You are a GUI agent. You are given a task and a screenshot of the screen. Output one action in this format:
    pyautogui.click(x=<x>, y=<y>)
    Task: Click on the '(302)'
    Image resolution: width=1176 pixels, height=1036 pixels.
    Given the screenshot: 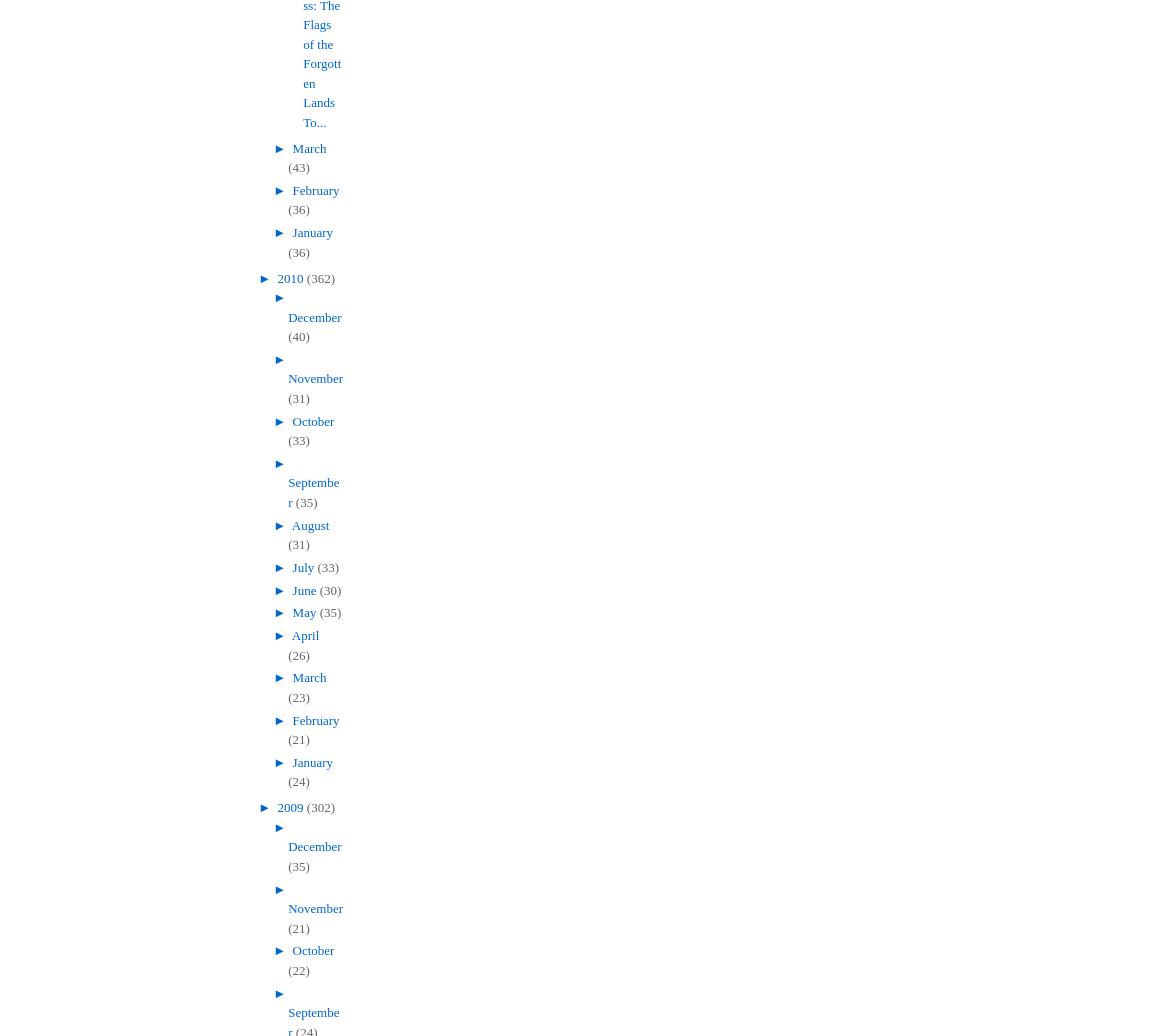 What is the action you would take?
    pyautogui.click(x=305, y=807)
    